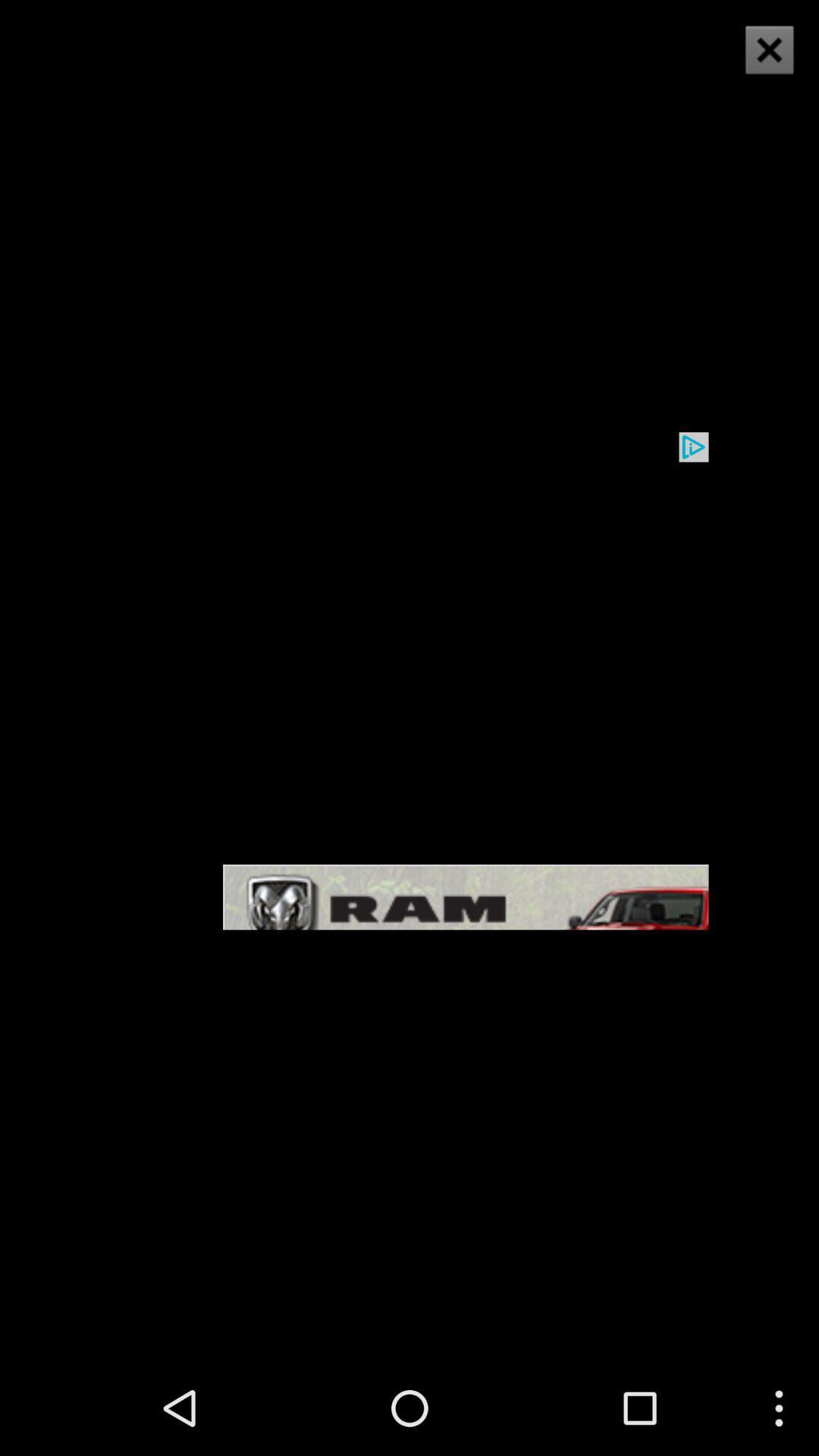 The height and width of the screenshot is (1456, 819). What do you see at coordinates (769, 53) in the screenshot?
I see `the close icon` at bounding box center [769, 53].